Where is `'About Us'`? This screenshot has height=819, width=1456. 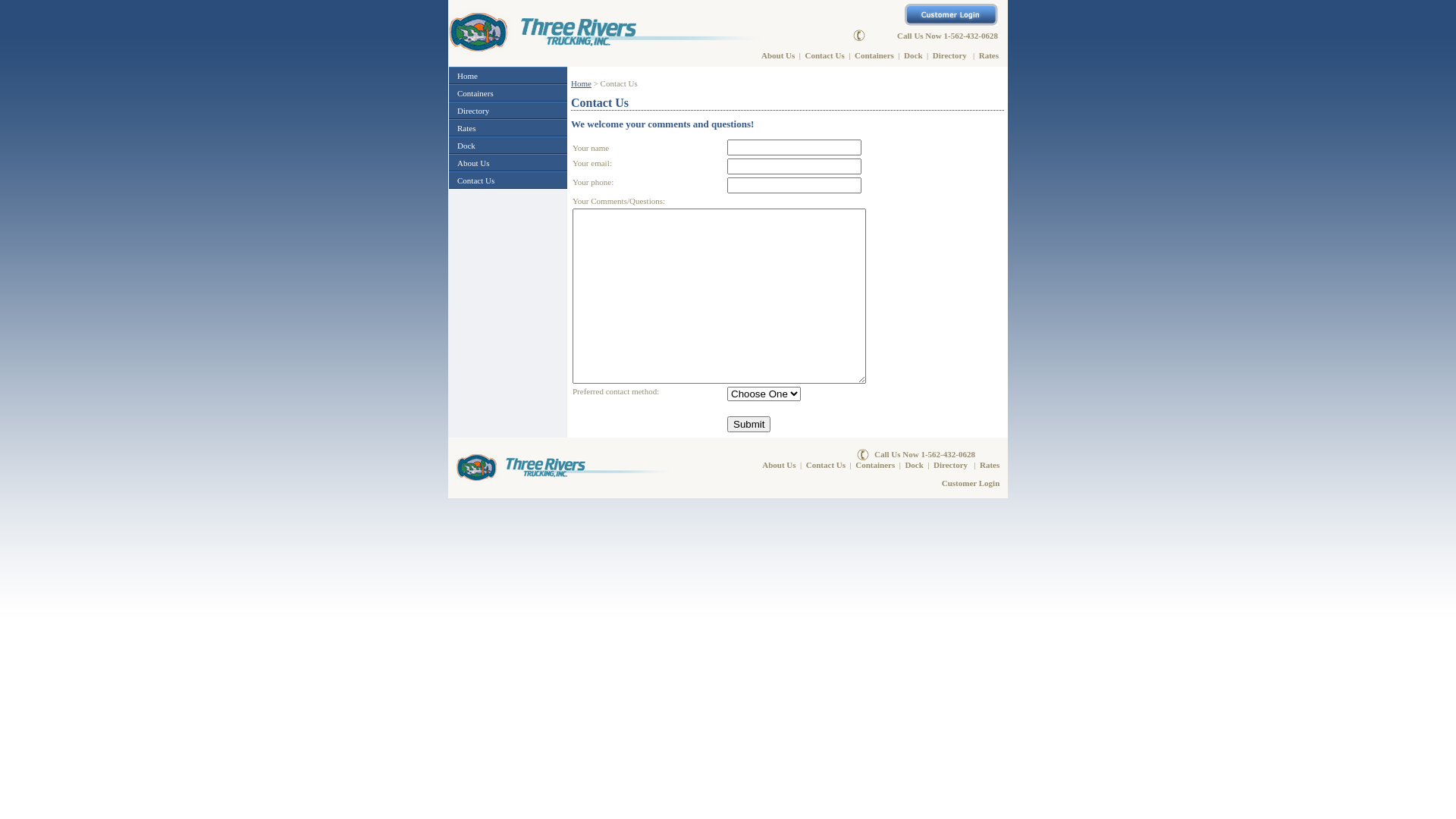
'About Us' is located at coordinates (778, 54).